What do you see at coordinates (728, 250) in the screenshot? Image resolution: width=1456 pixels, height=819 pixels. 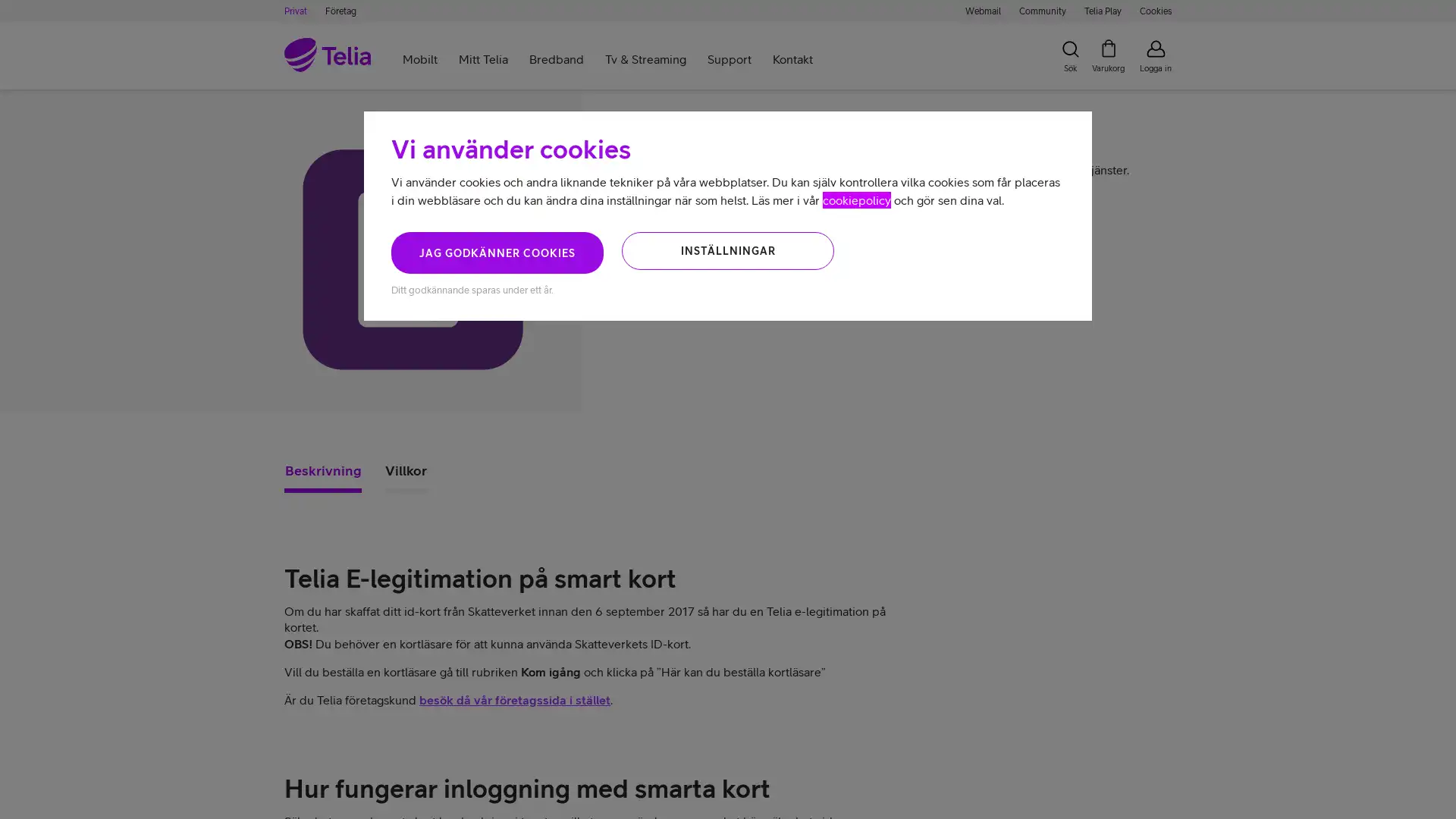 I see `INSTALLNINGAR` at bounding box center [728, 250].